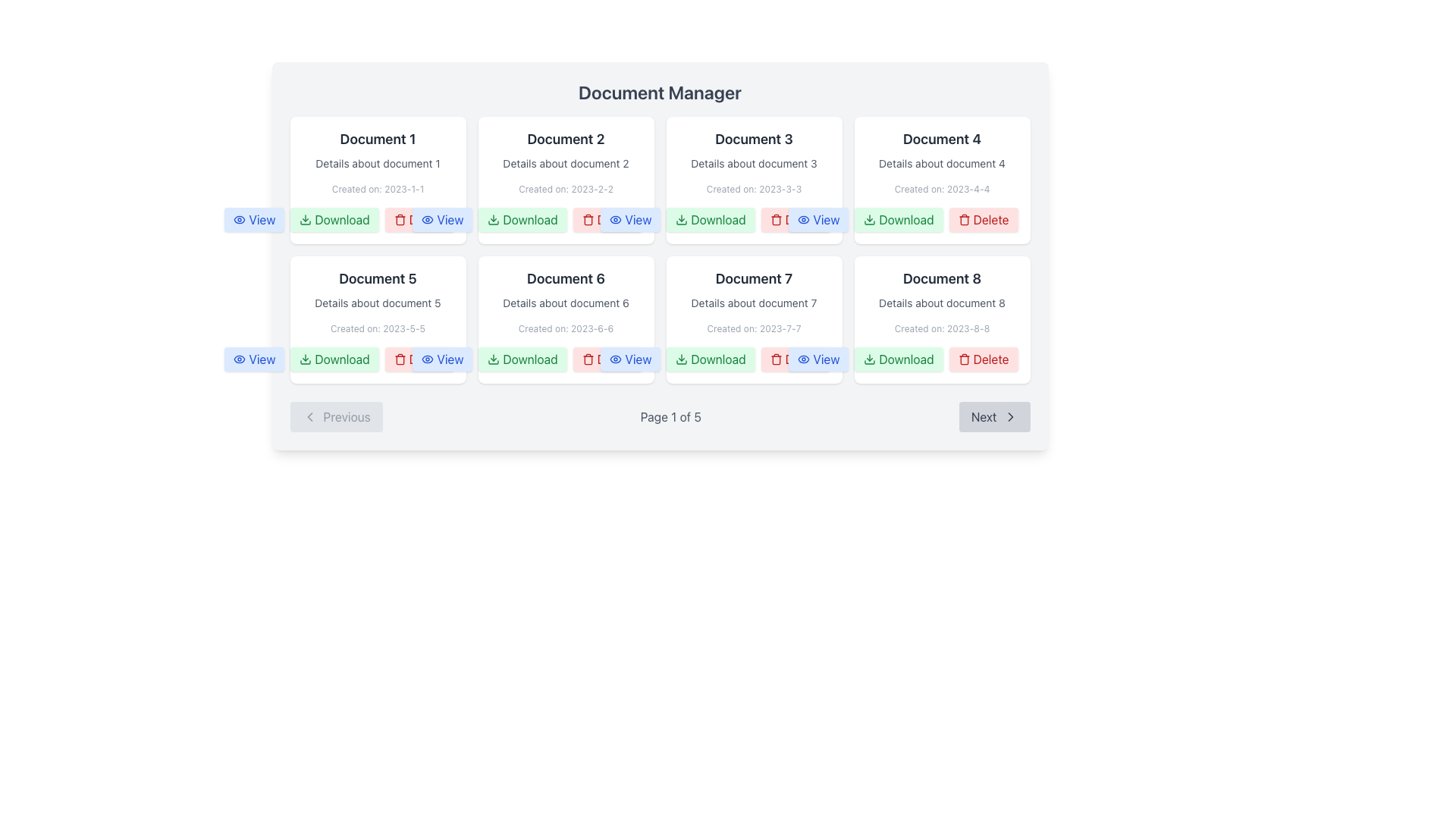  I want to click on the static text label that provides additional details about 'Document 4', located below the title and above the creation date, so click(941, 164).